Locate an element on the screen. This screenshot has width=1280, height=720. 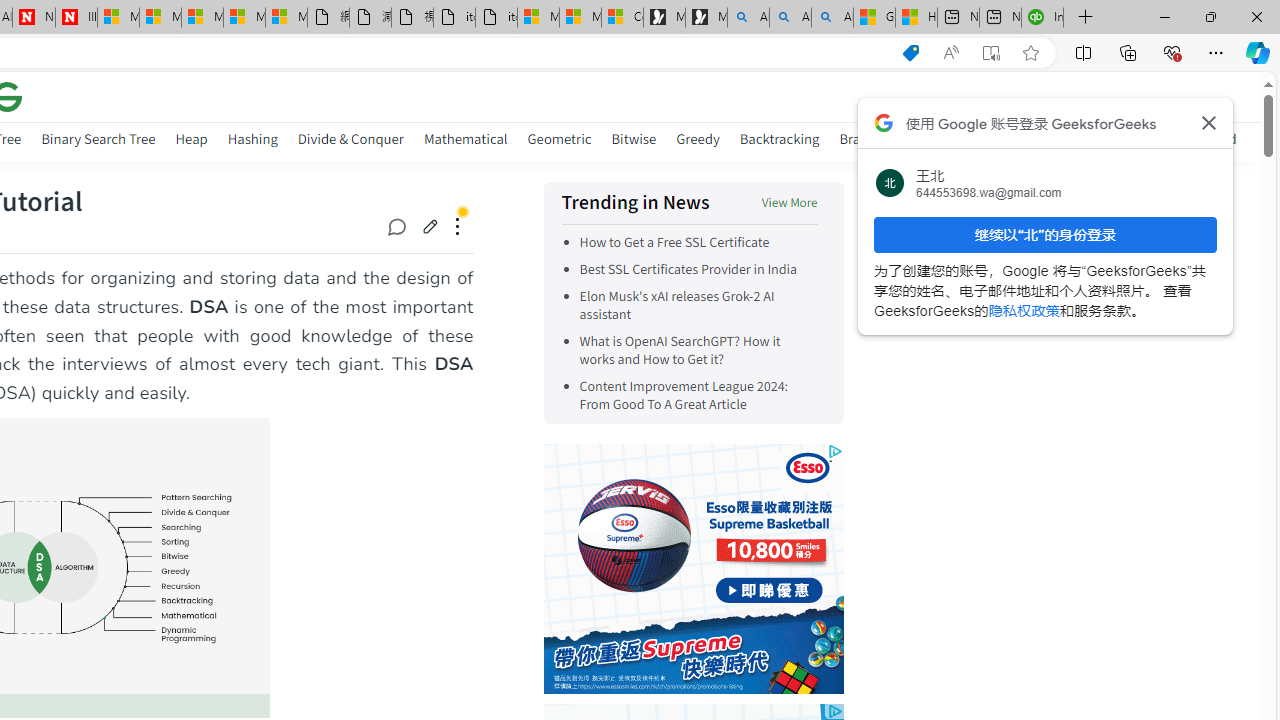
'Alabama high school quarterback dies - Search Videos' is located at coordinates (832, 17).